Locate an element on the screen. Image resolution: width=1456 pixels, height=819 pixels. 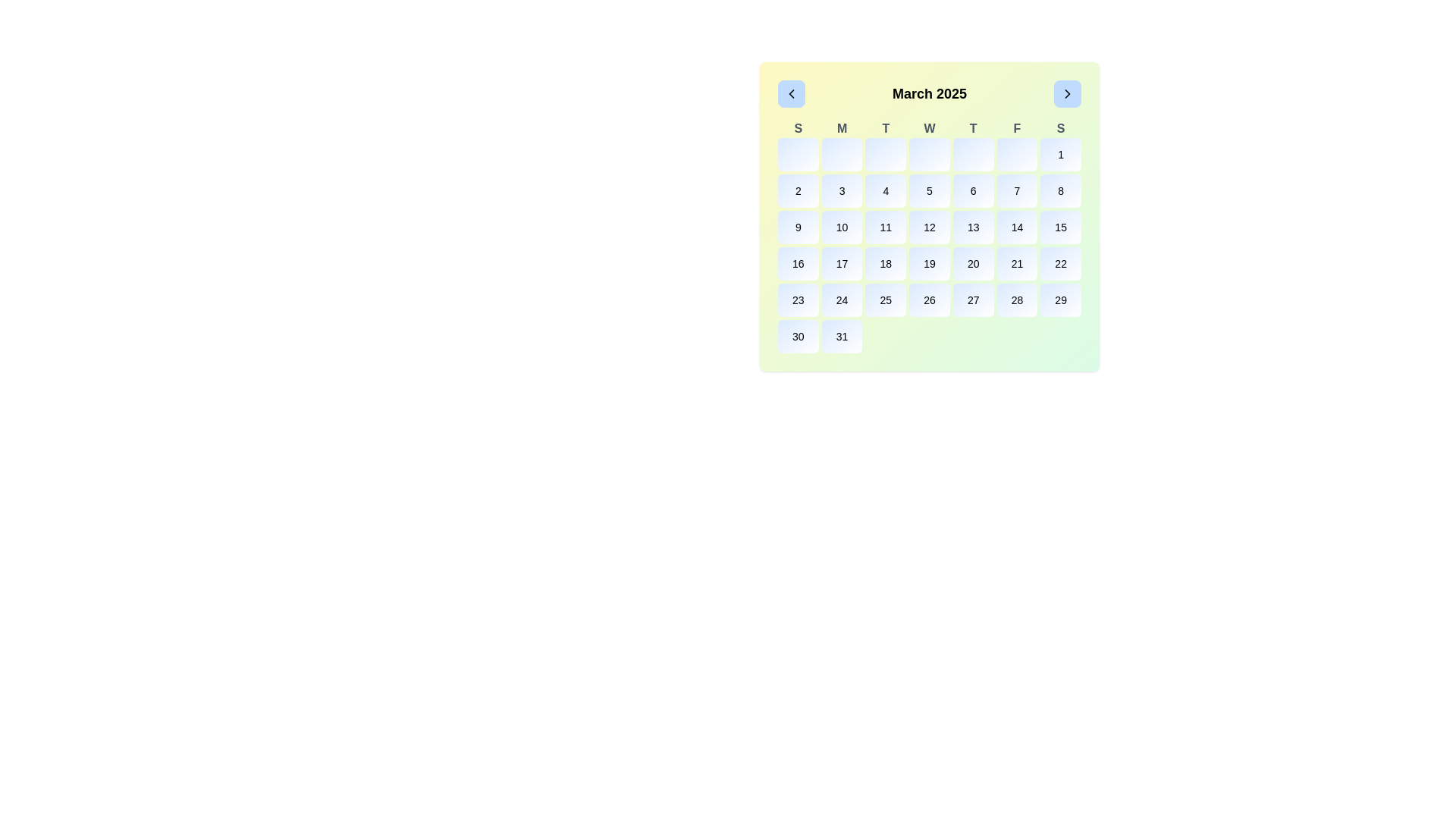
the button displaying the numeral '8' in the calendar grid is located at coordinates (1060, 190).